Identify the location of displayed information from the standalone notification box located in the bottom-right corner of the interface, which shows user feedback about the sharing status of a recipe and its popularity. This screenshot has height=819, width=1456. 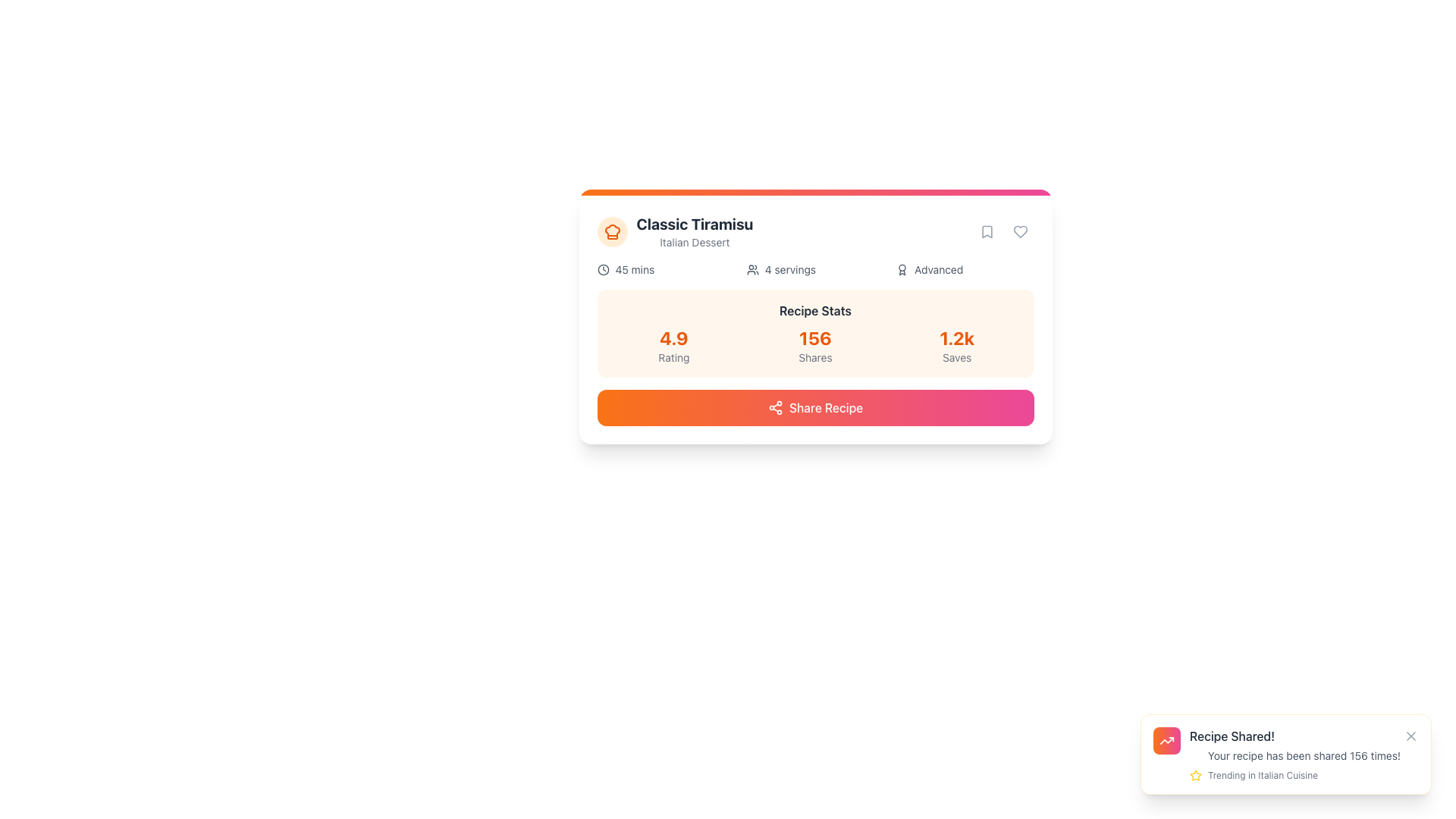
(1285, 755).